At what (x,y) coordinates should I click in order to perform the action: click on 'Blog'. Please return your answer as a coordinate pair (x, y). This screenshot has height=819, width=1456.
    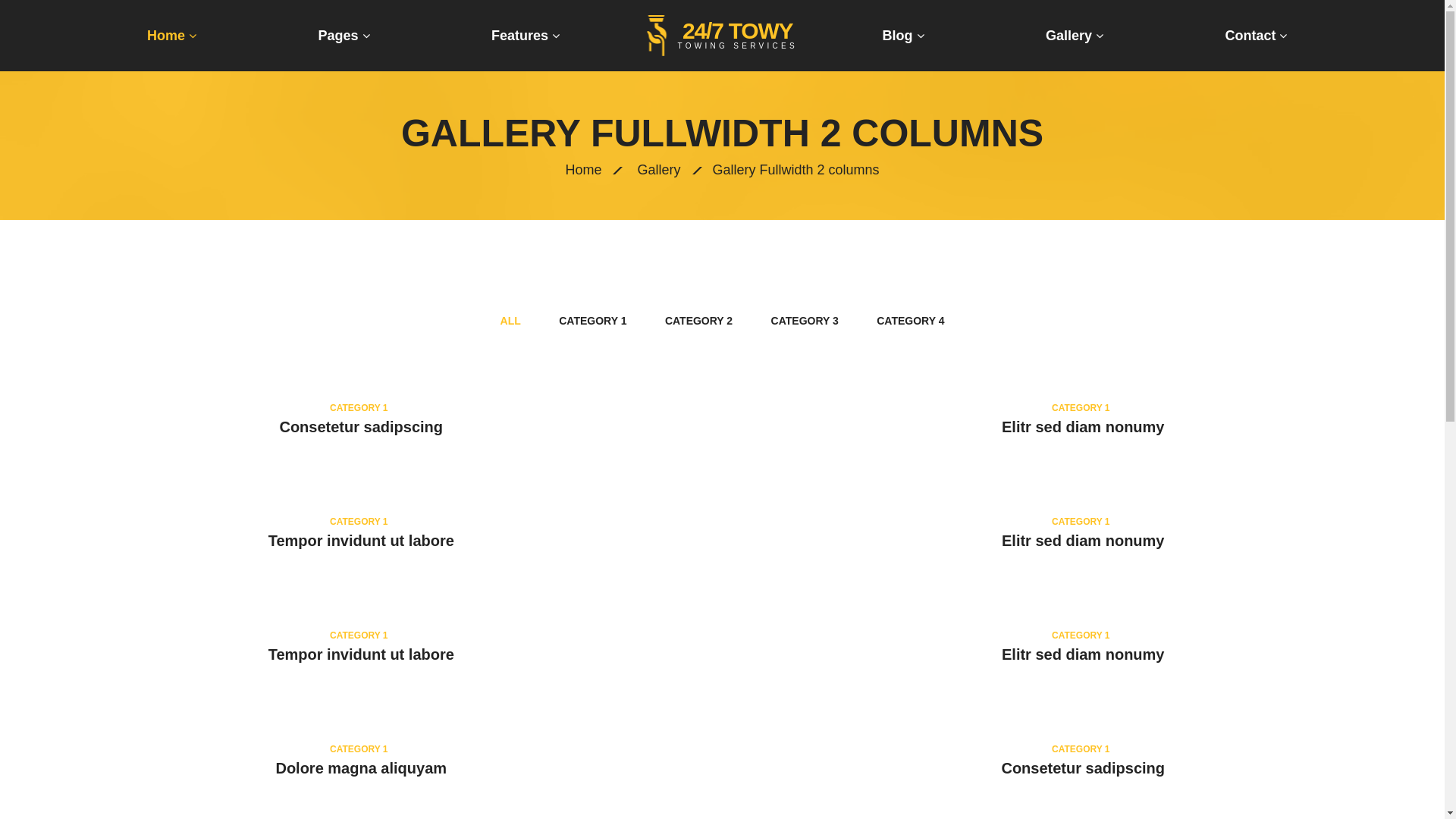
    Looking at the image, I should click on (903, 34).